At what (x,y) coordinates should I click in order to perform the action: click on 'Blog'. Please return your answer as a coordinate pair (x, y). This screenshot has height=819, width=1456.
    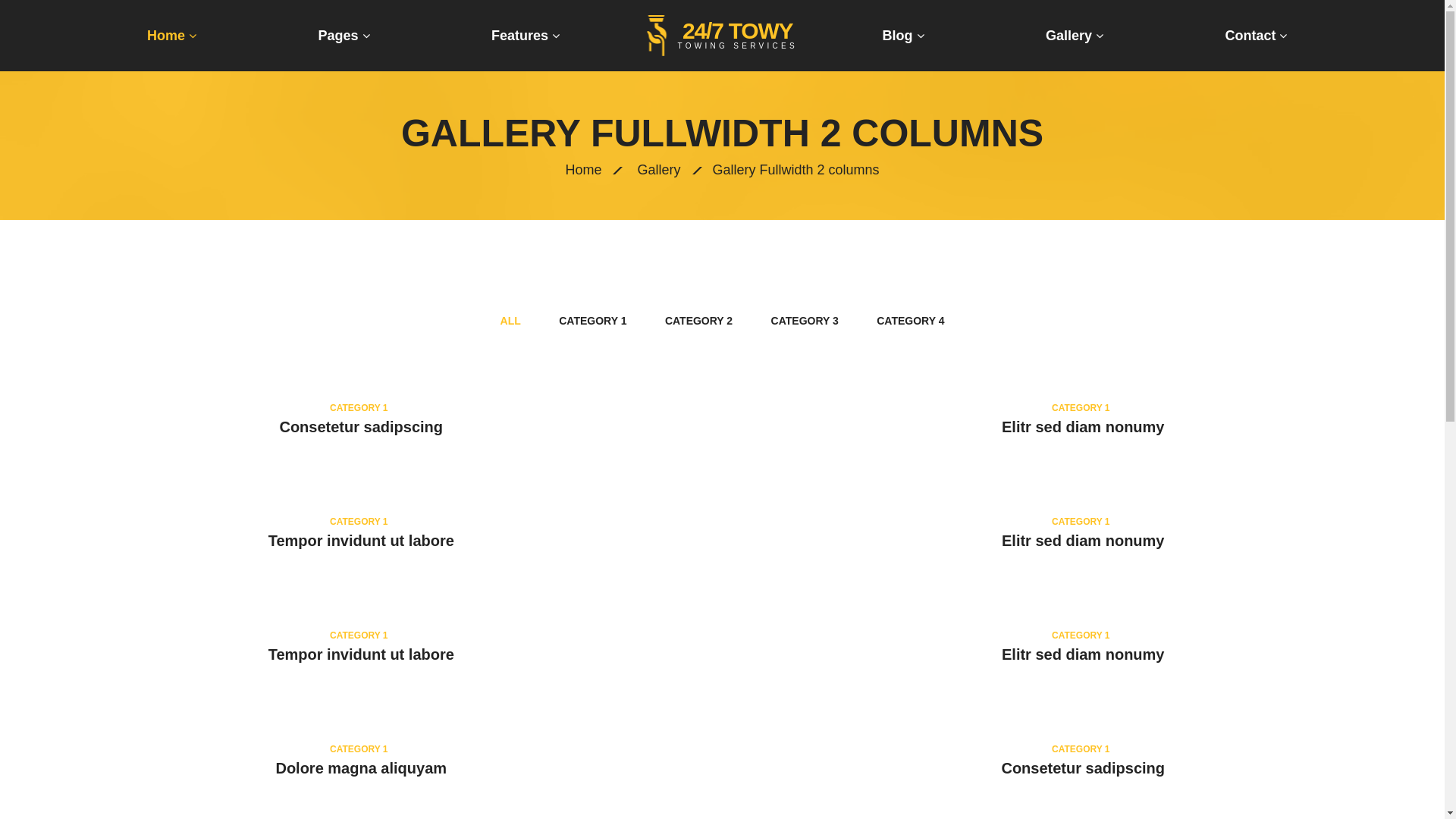
    Looking at the image, I should click on (903, 34).